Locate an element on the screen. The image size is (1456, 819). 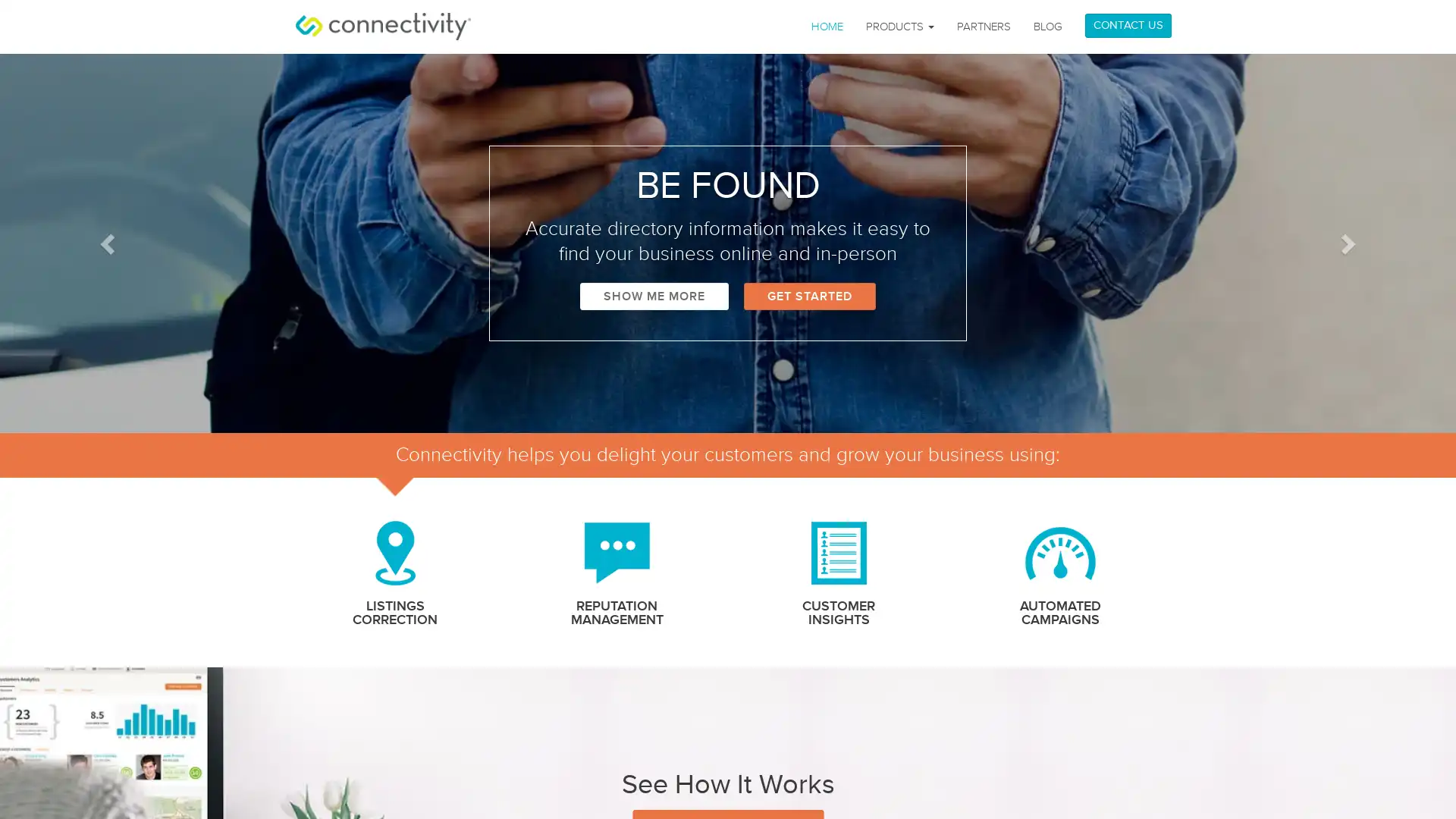
Contact us is located at coordinates (1379, 784).